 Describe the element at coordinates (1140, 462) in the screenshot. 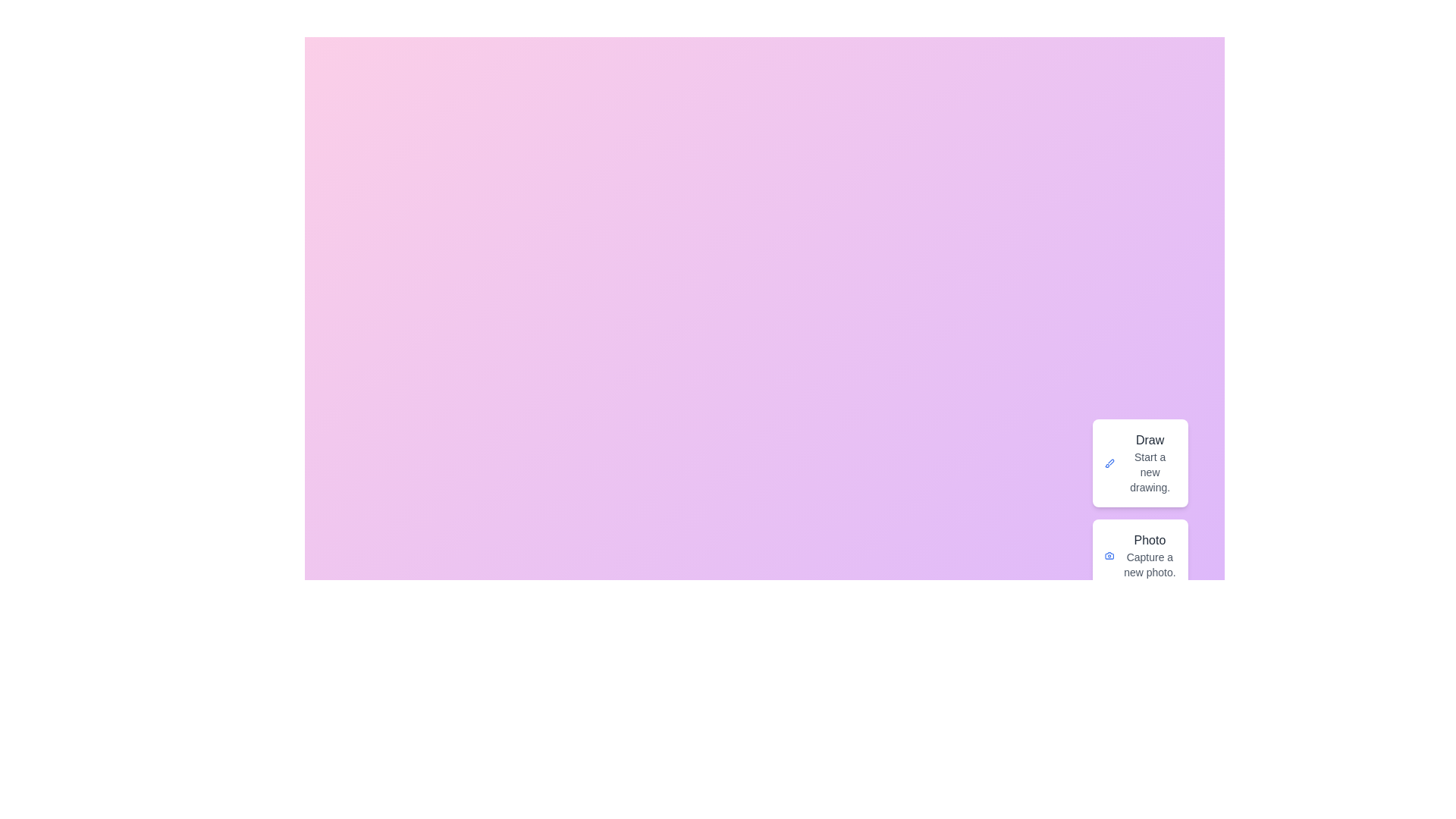

I see `the Draw option from the speed dial menu` at that location.